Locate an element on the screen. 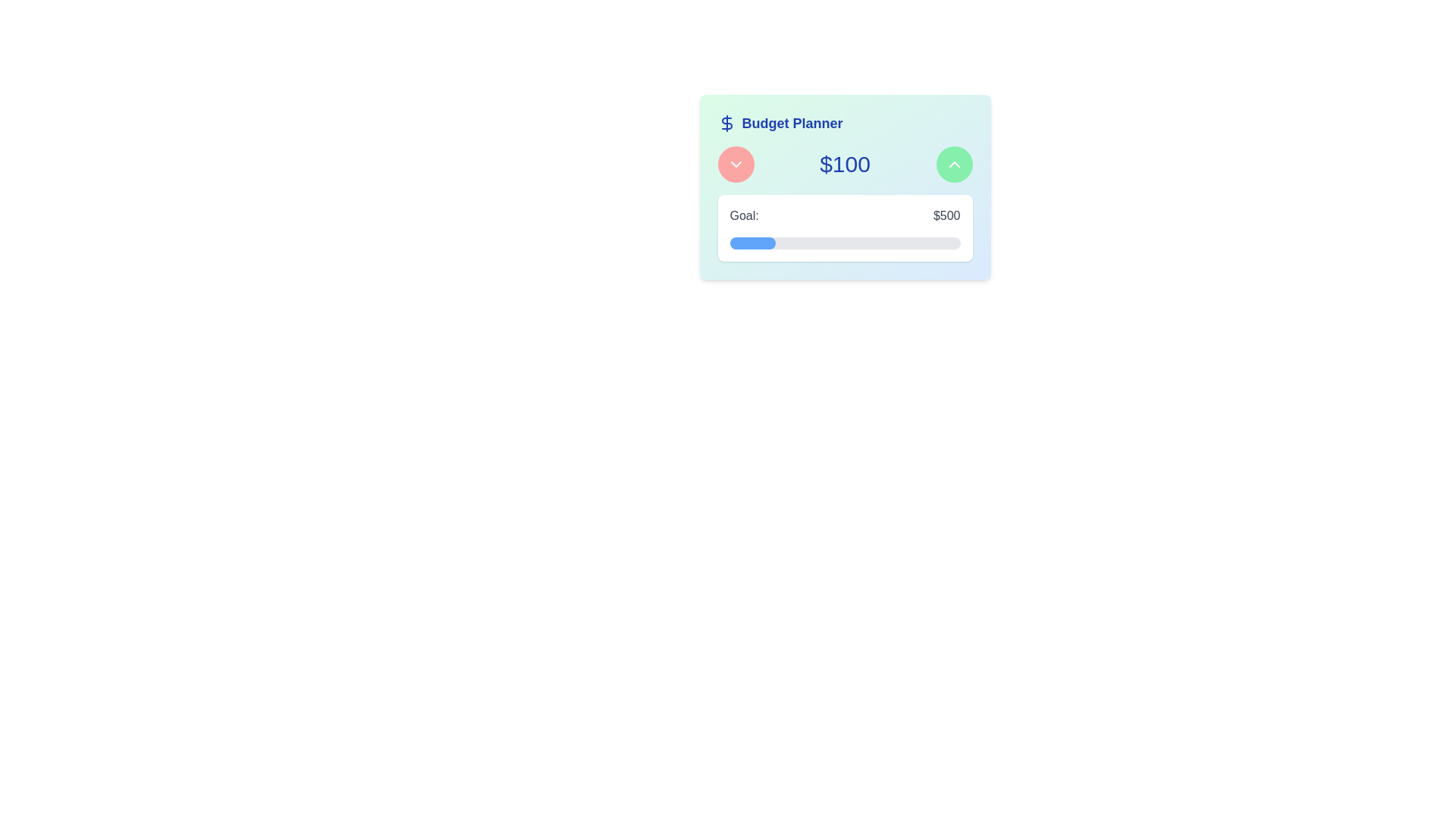  the upward-pointing chevron icon embedded in the green circular button on the 'Budget Planner' card for keyboard navigation is located at coordinates (953, 164).